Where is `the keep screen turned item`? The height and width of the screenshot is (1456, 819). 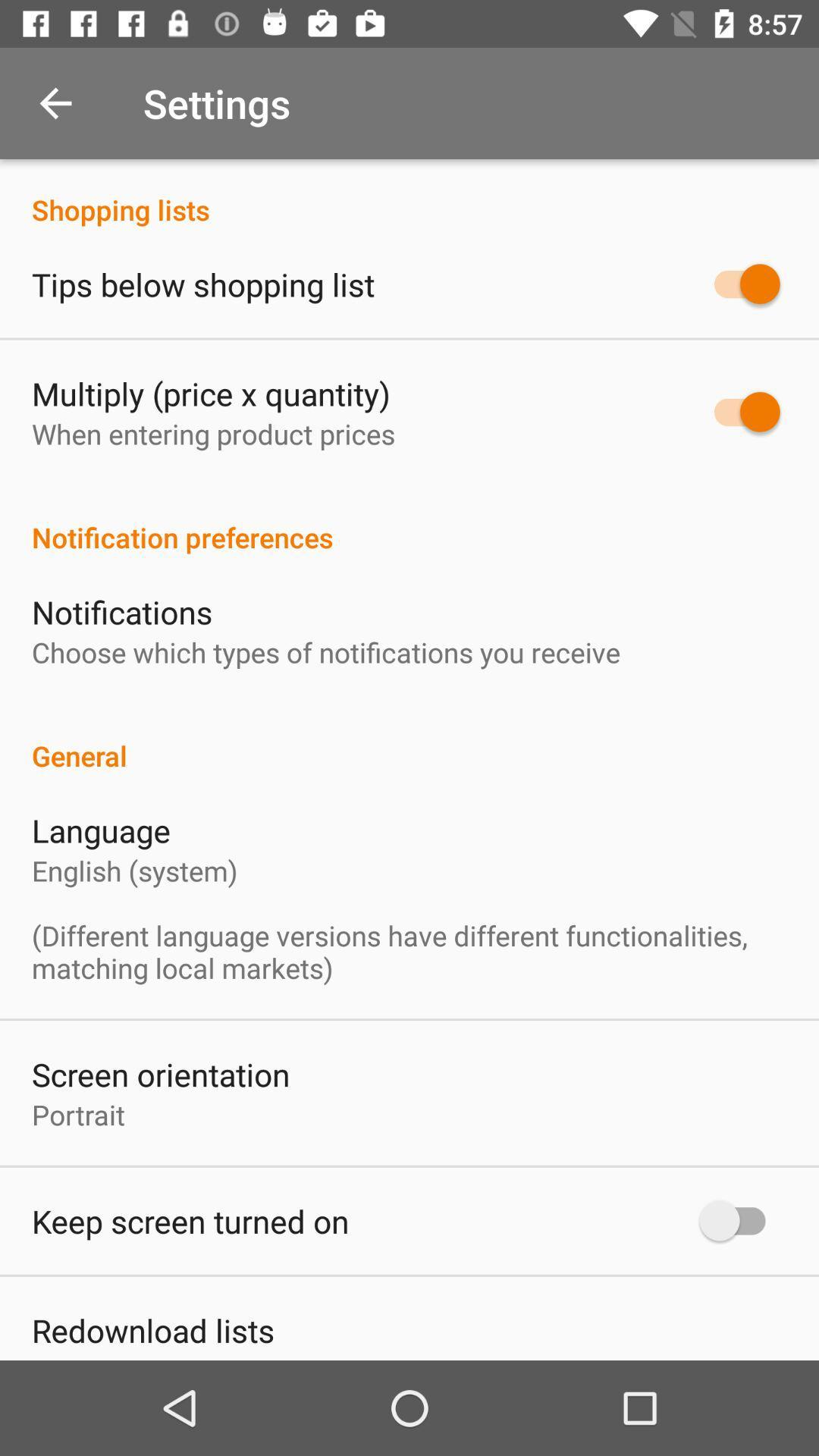 the keep screen turned item is located at coordinates (190, 1221).